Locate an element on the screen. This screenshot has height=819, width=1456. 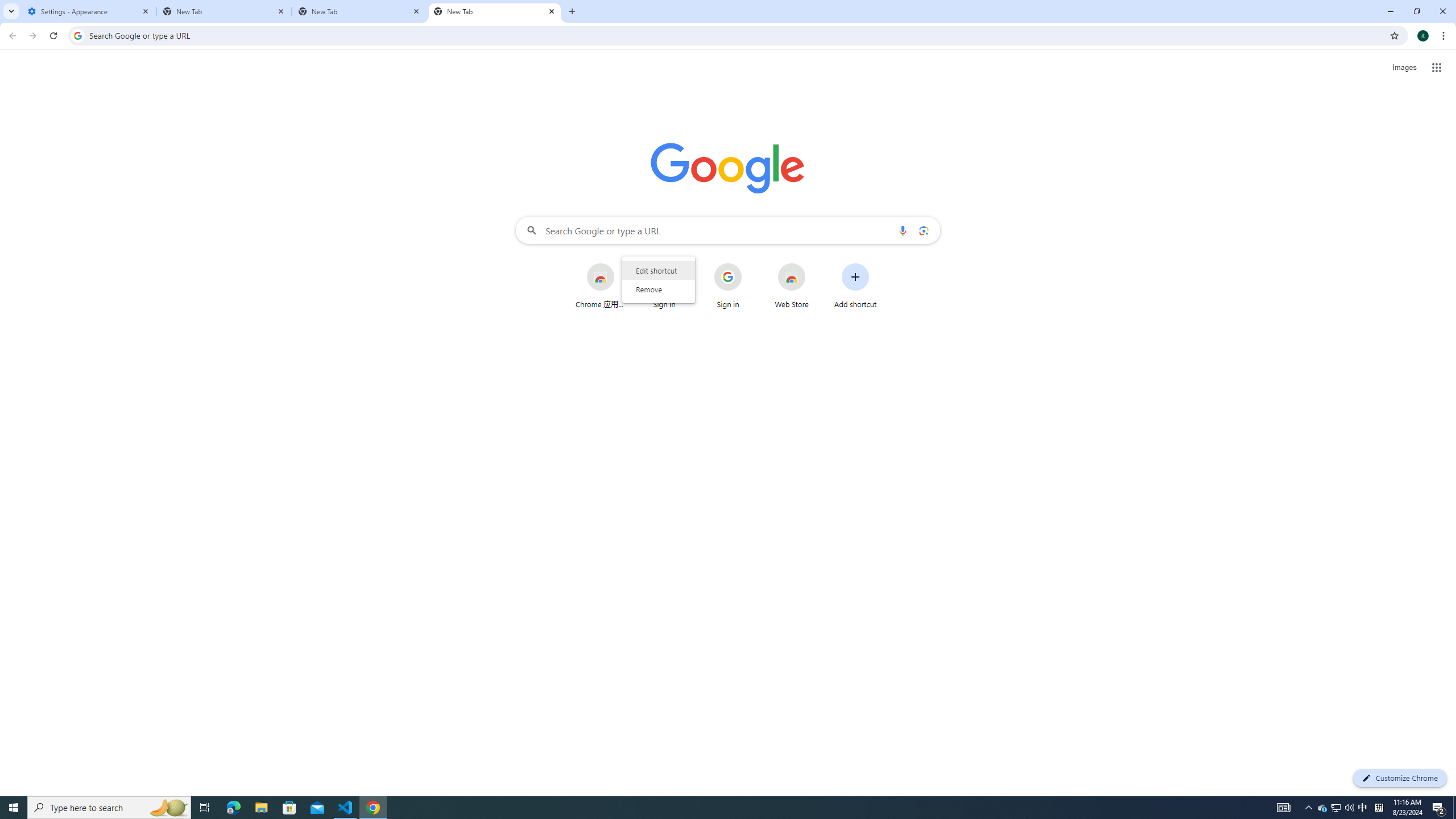
'Remove' is located at coordinates (658, 289).